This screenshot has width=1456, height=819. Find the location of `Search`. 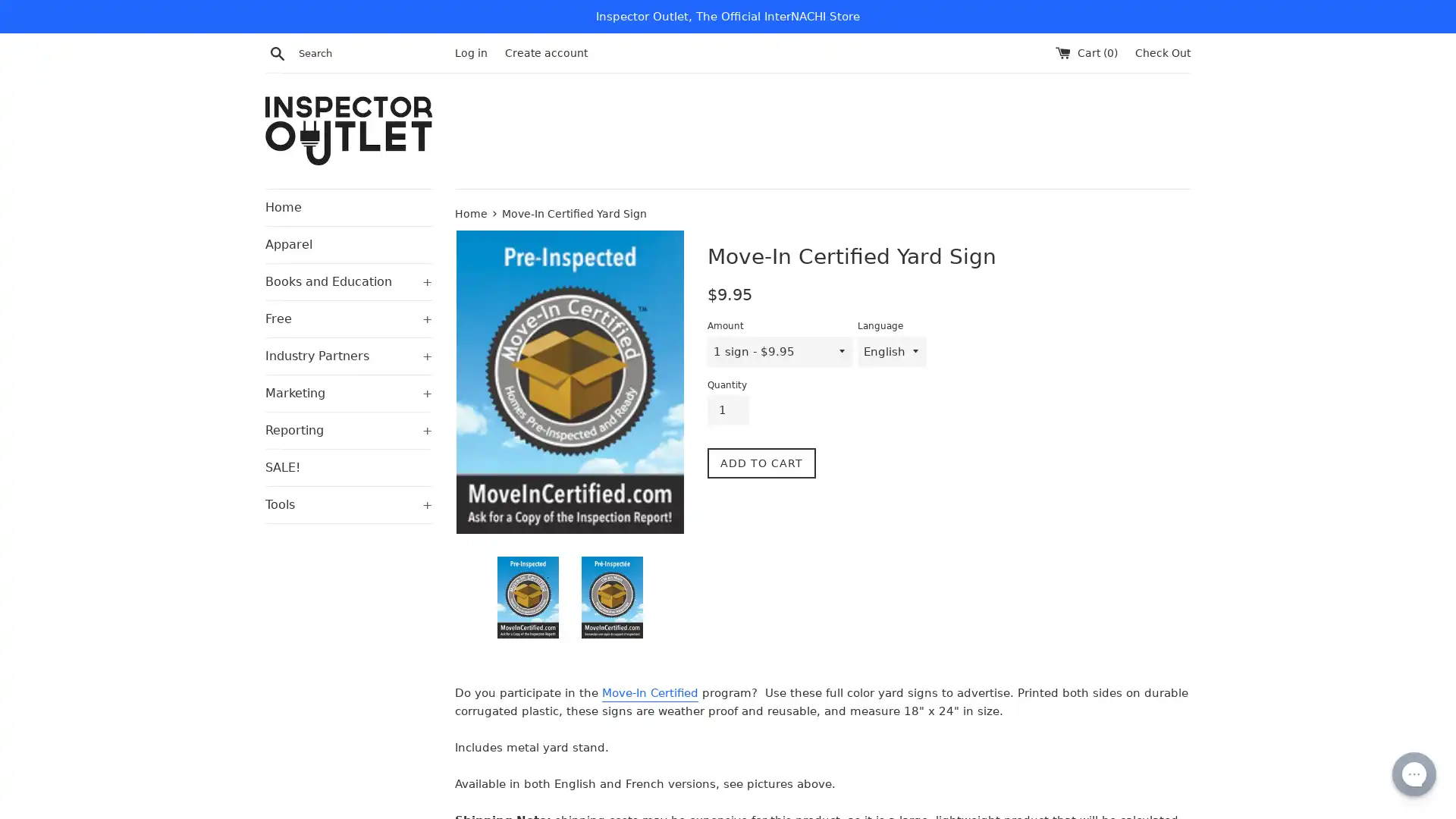

Search is located at coordinates (277, 52).